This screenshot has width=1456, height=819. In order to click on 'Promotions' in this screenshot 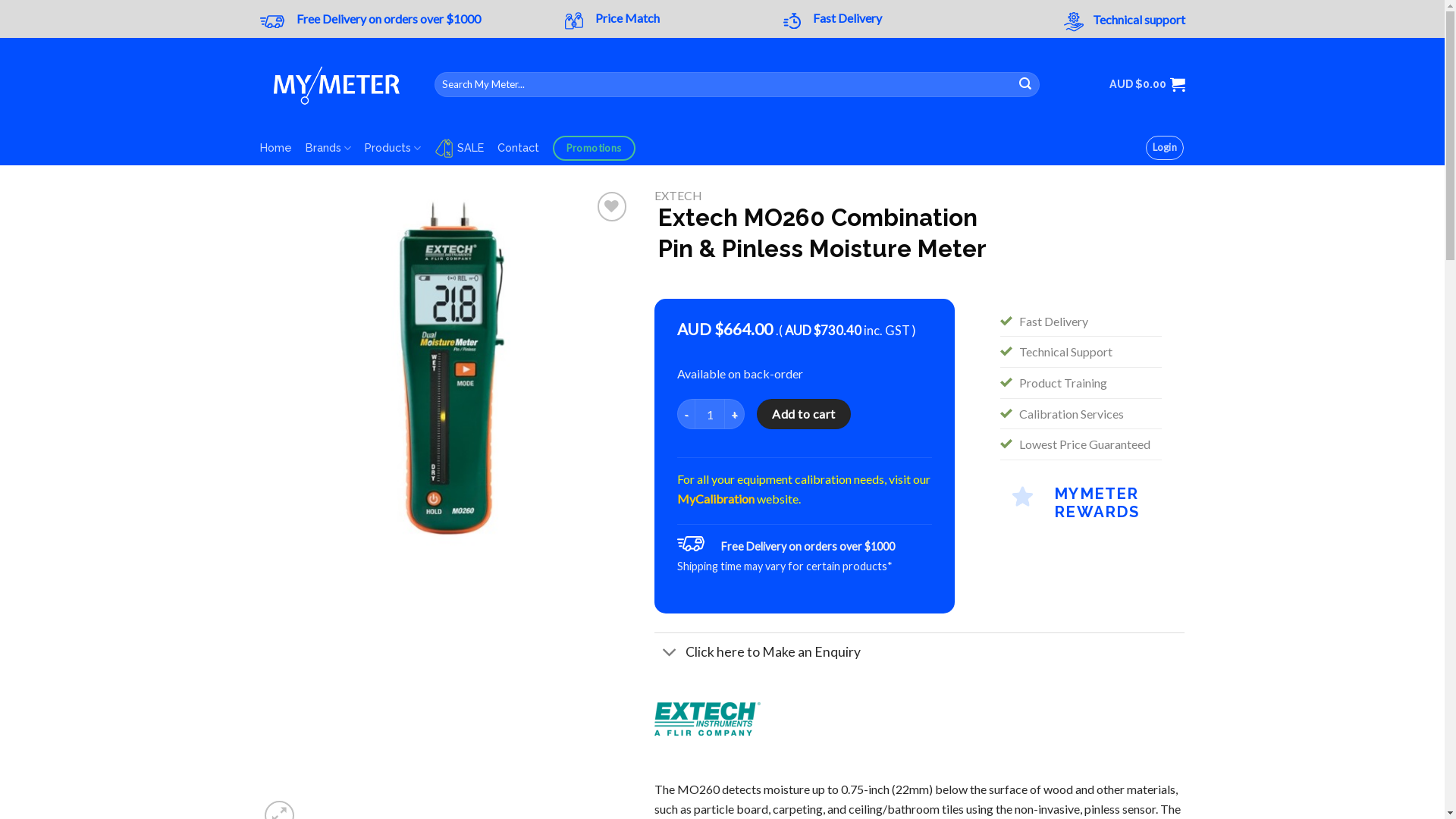, I will do `click(593, 148)`.